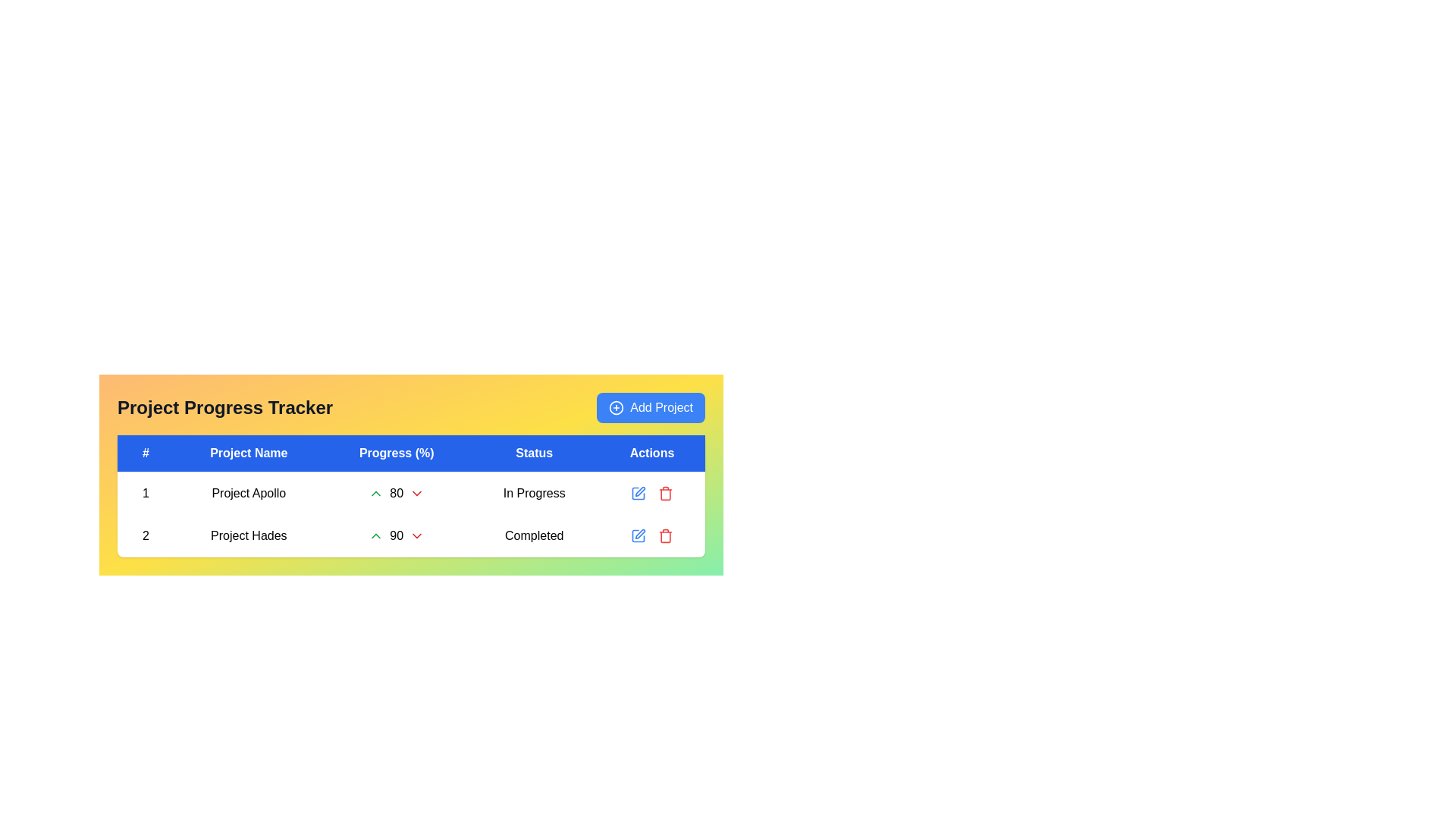 Image resolution: width=1456 pixels, height=819 pixels. What do you see at coordinates (638, 535) in the screenshot?
I see `the 'edit' icon button located in the first position of the 'Actions' column in the second row of the table to initiate editing` at bounding box center [638, 535].